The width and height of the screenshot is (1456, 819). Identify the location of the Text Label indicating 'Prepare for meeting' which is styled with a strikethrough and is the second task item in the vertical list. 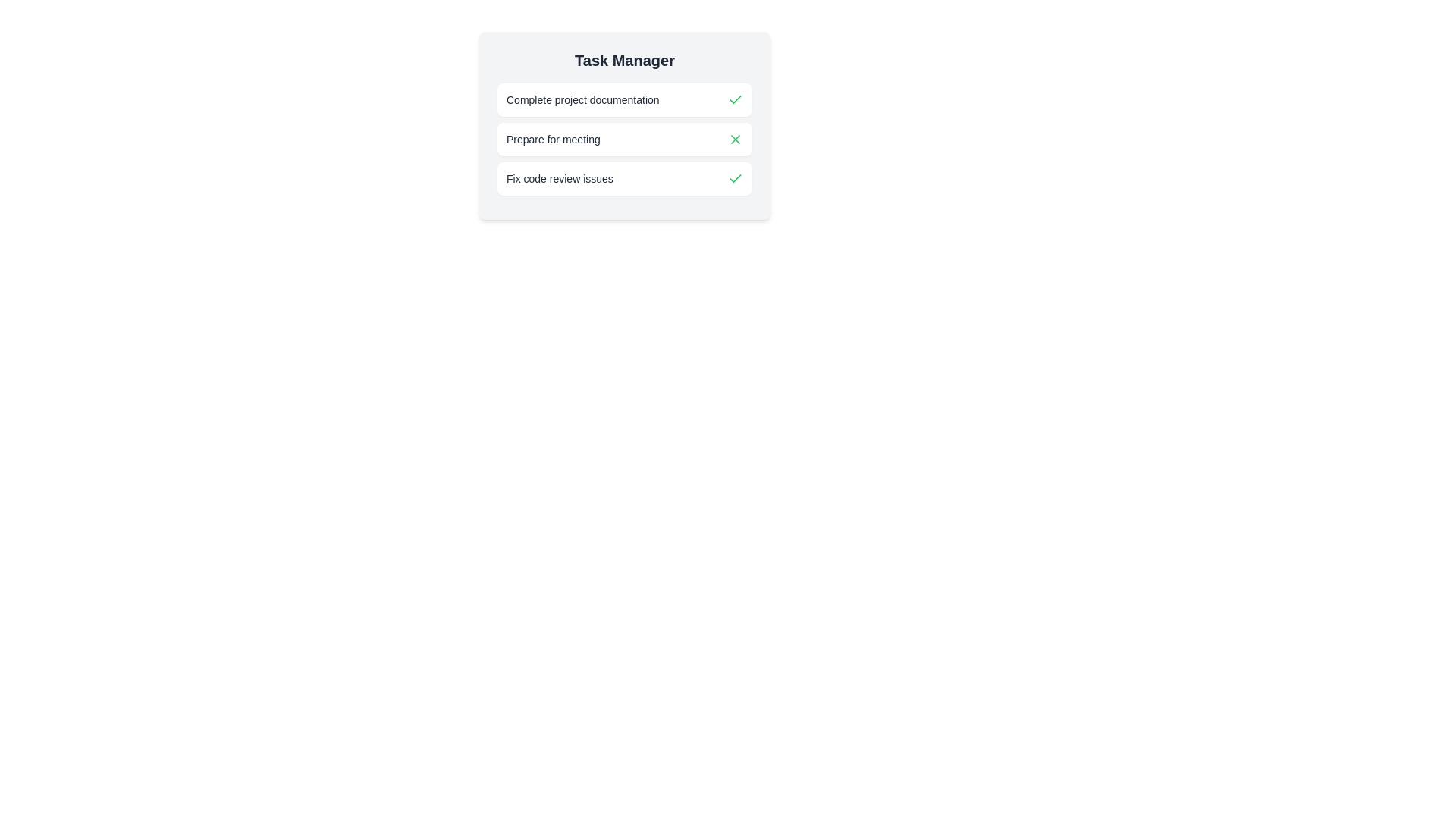
(552, 140).